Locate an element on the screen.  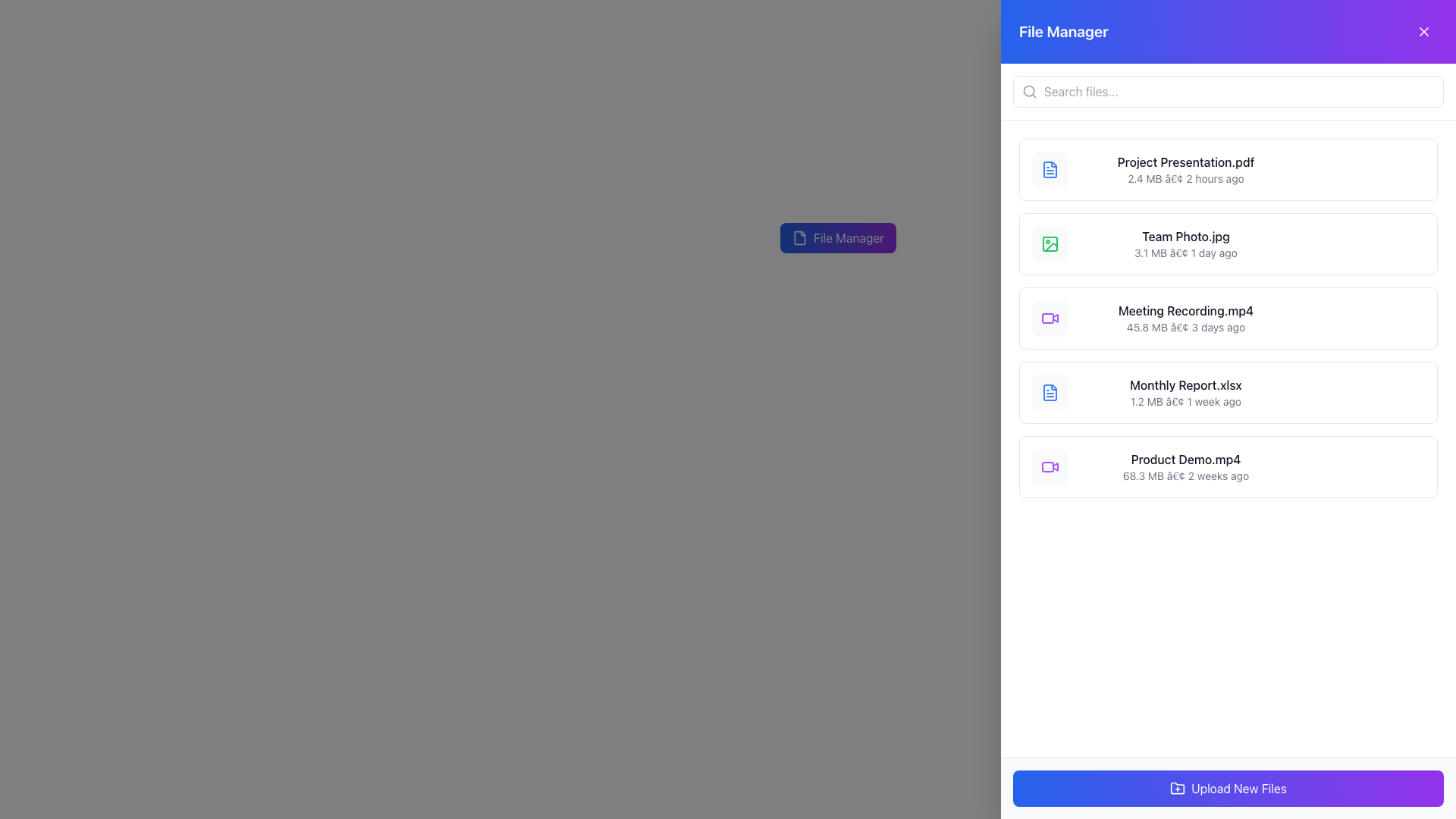
the 'File Manager' text label, which is prominently displayed in large, bold white font against a blue-to-purple gradient background, located in the upper-left portion of the sidebar is located at coordinates (1062, 32).